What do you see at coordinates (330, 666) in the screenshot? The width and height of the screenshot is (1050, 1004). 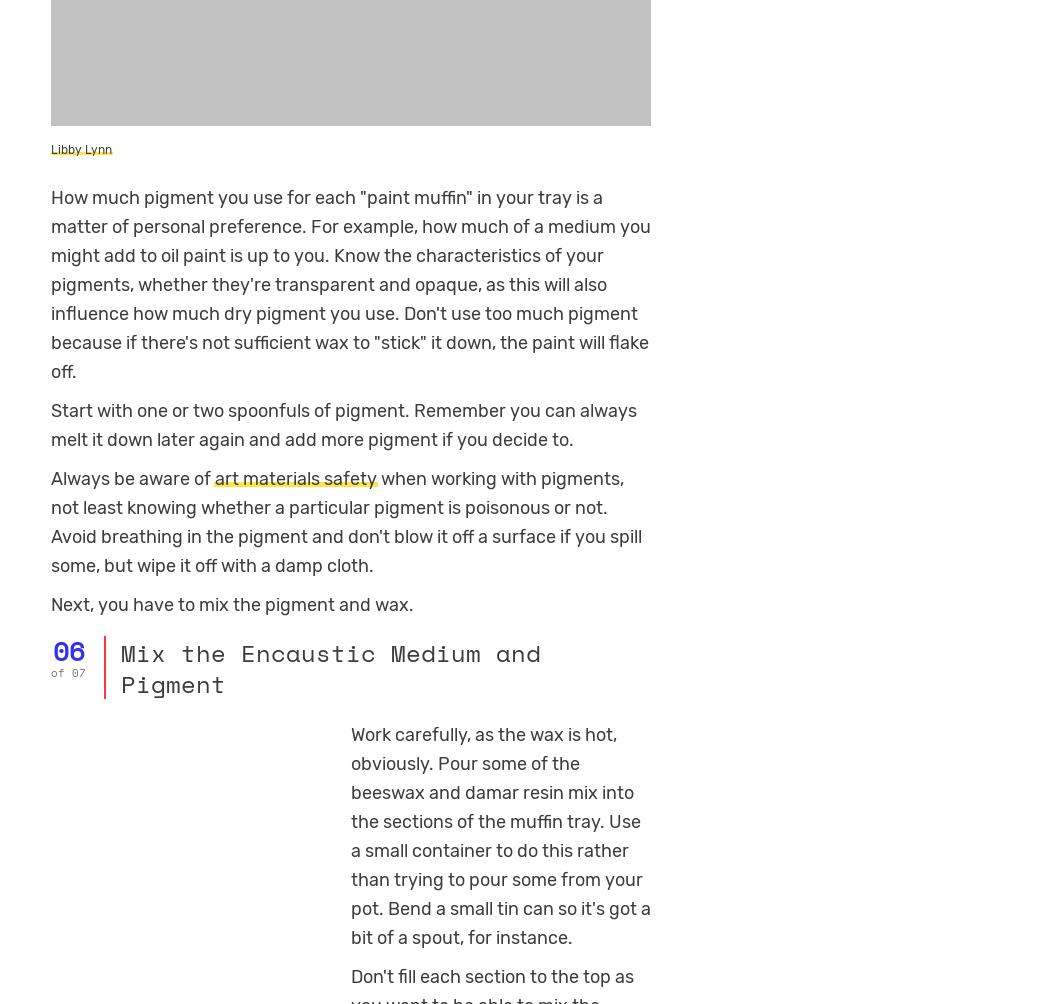 I see `'Mix the Encaustic Medium and Pigment'` at bounding box center [330, 666].